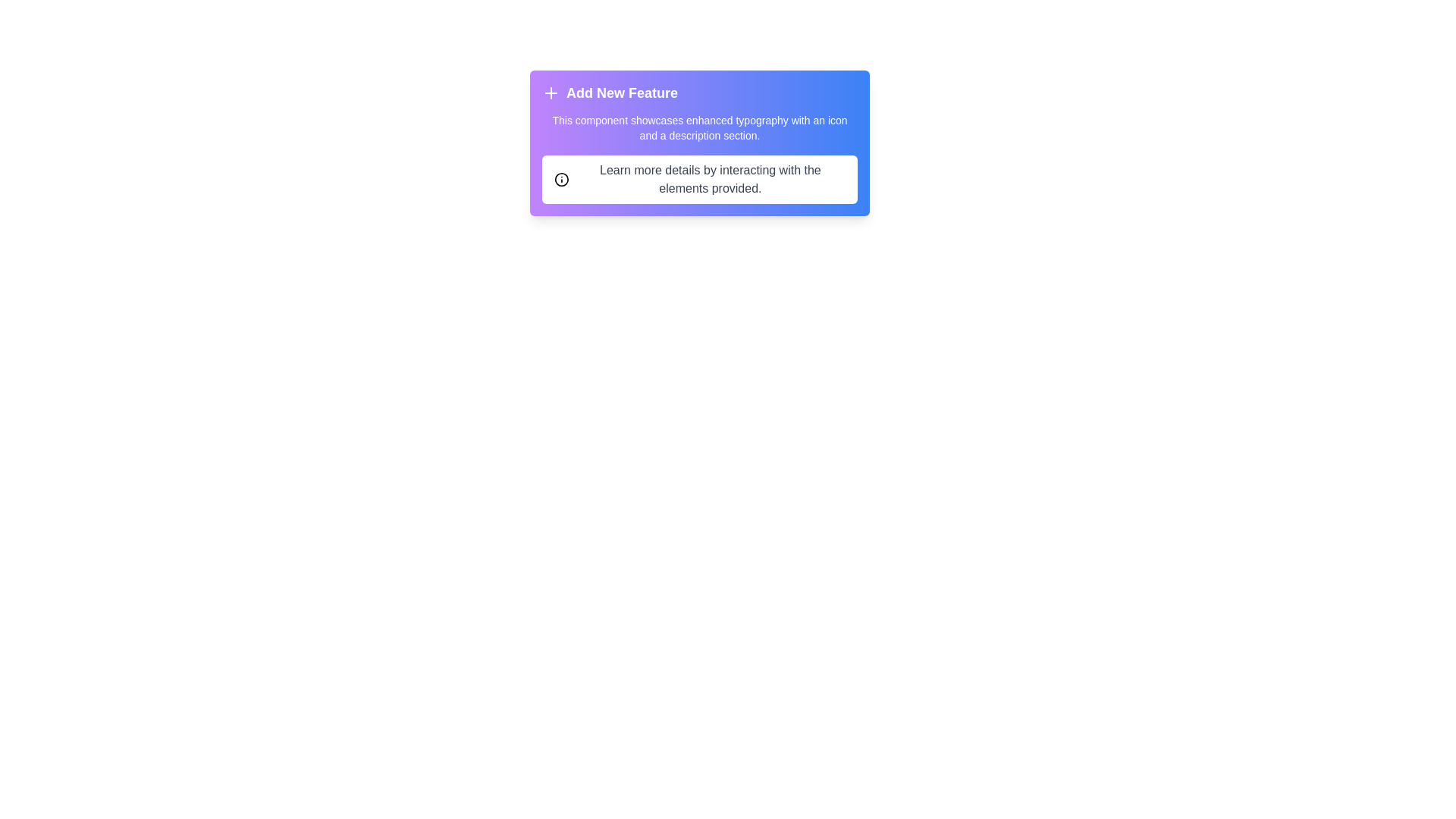 The width and height of the screenshot is (1456, 819). Describe the element at coordinates (560, 178) in the screenshot. I see `the informational icon located at the beginning of the text area that prompts users to learn more details by interacting with the elements provided` at that location.